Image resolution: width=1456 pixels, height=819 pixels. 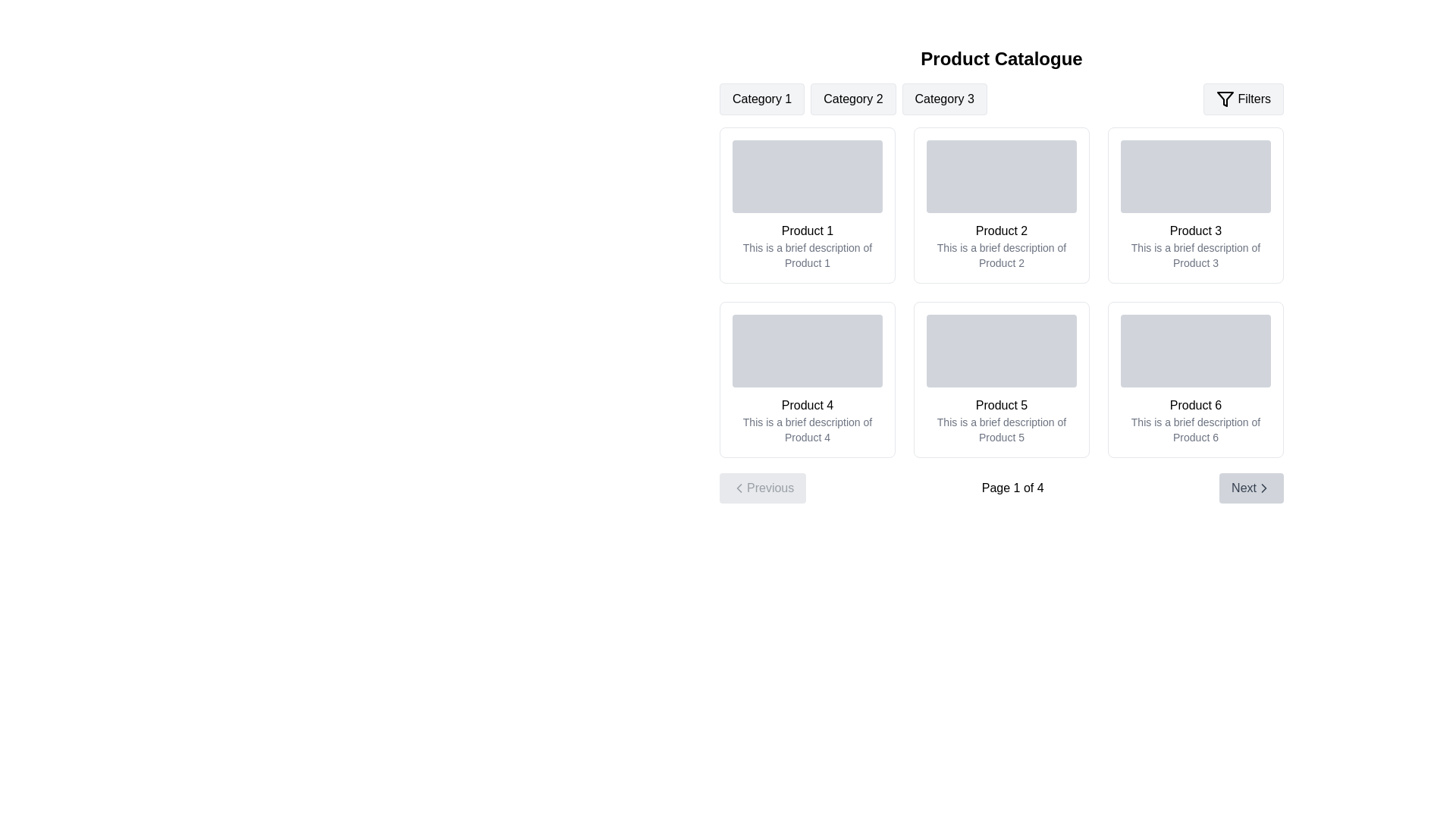 I want to click on properties of the placeholder image rectangle located within the 'Product 5' card in the second row, second column of the product grid, so click(x=1001, y=350).